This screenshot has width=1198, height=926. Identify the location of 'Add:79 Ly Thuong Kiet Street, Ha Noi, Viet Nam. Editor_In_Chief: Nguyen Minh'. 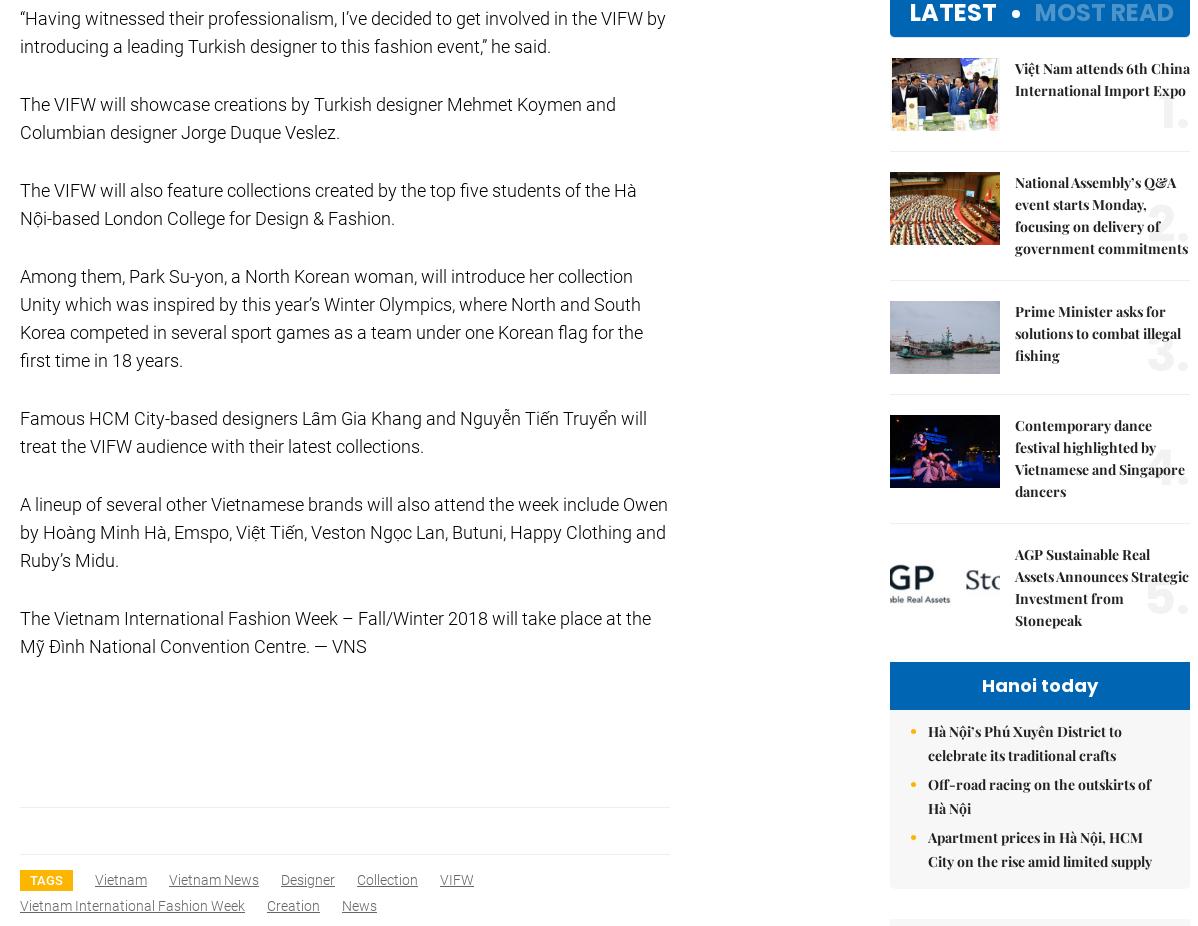
(264, 110).